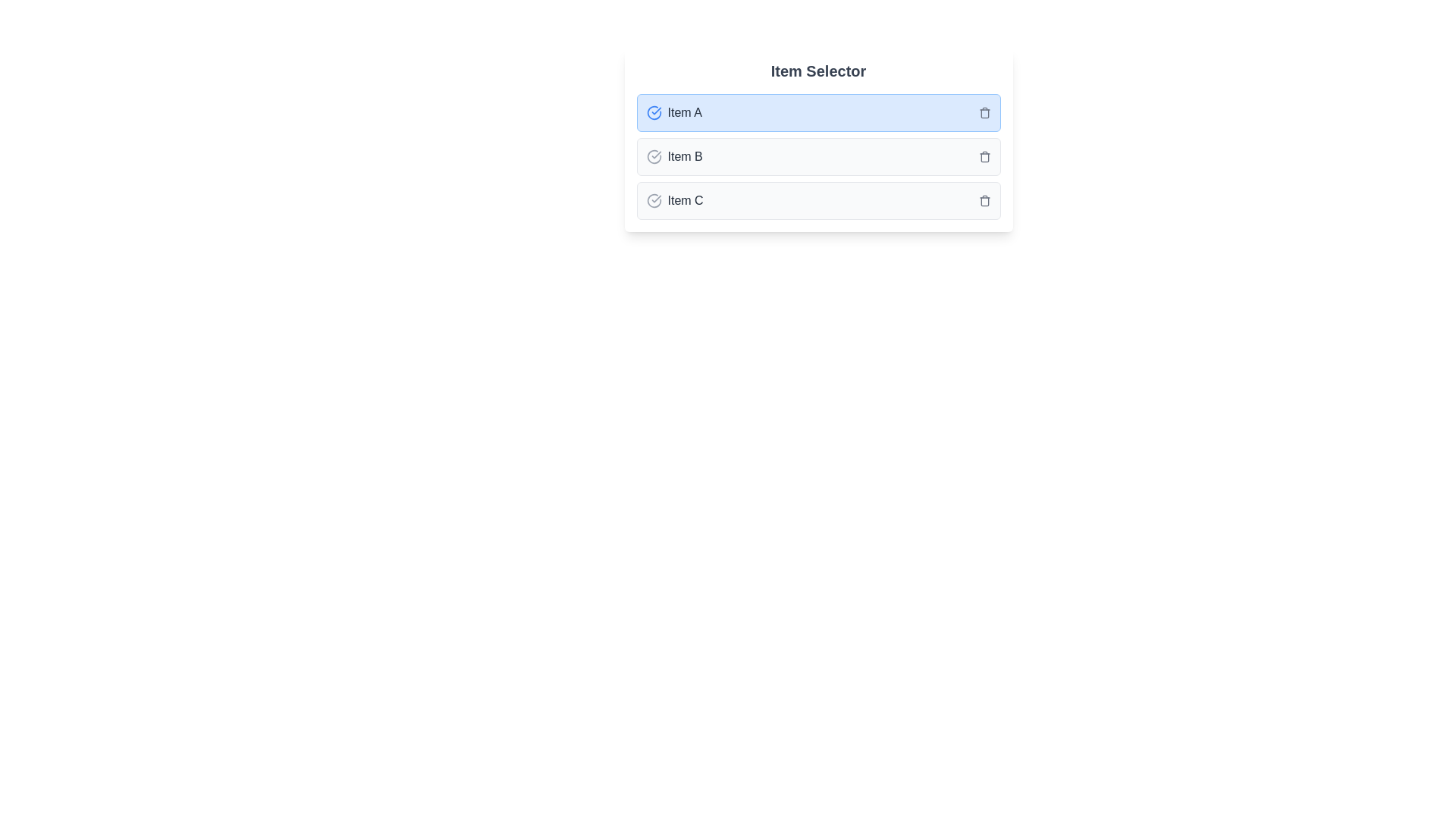  I want to click on text label 'Item A' which is bold and highlighted, positioned next to a blue checkmark icon indicating a selected state, so click(673, 112).